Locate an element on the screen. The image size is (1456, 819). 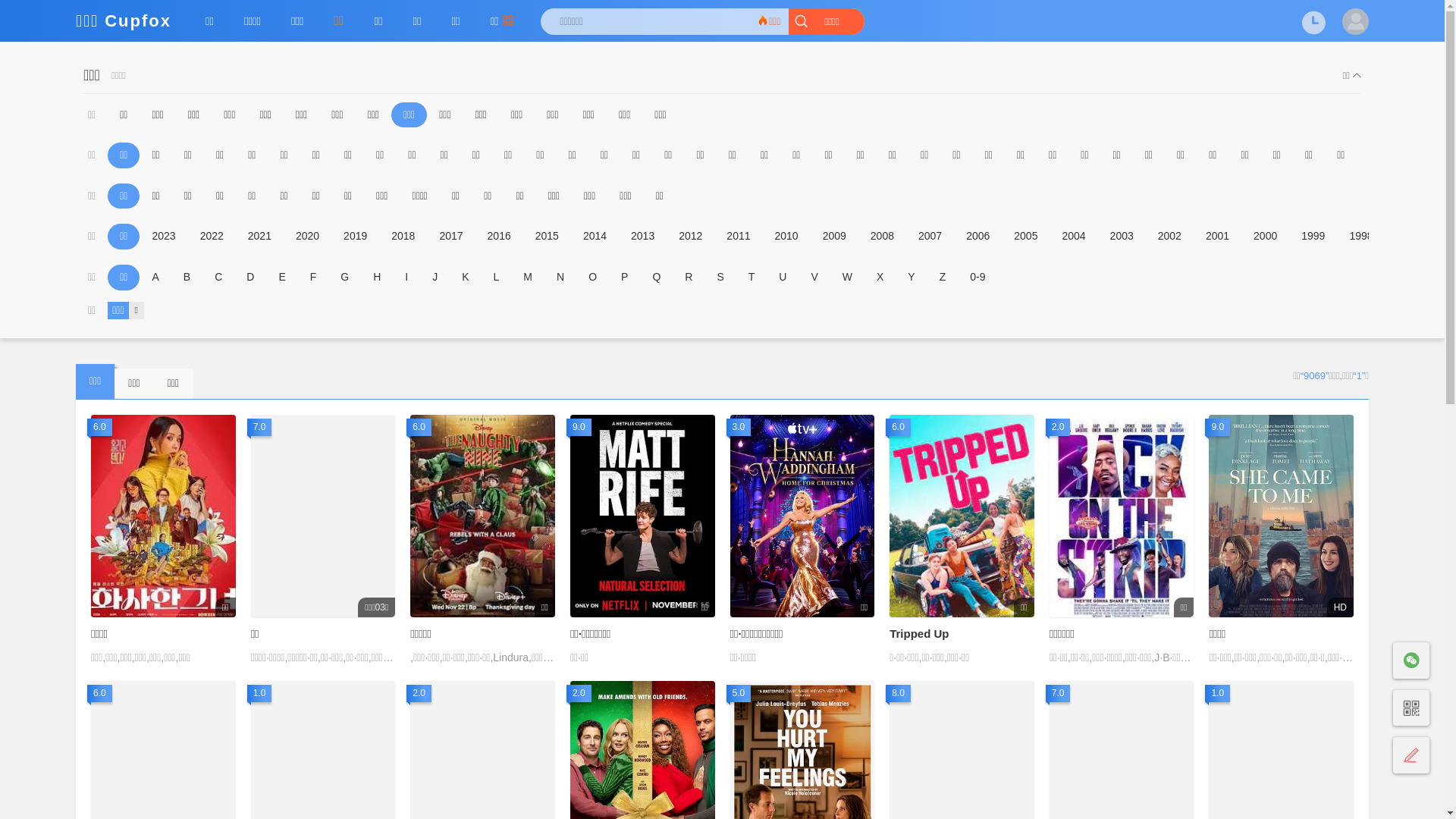
'2023' is located at coordinates (163, 237).